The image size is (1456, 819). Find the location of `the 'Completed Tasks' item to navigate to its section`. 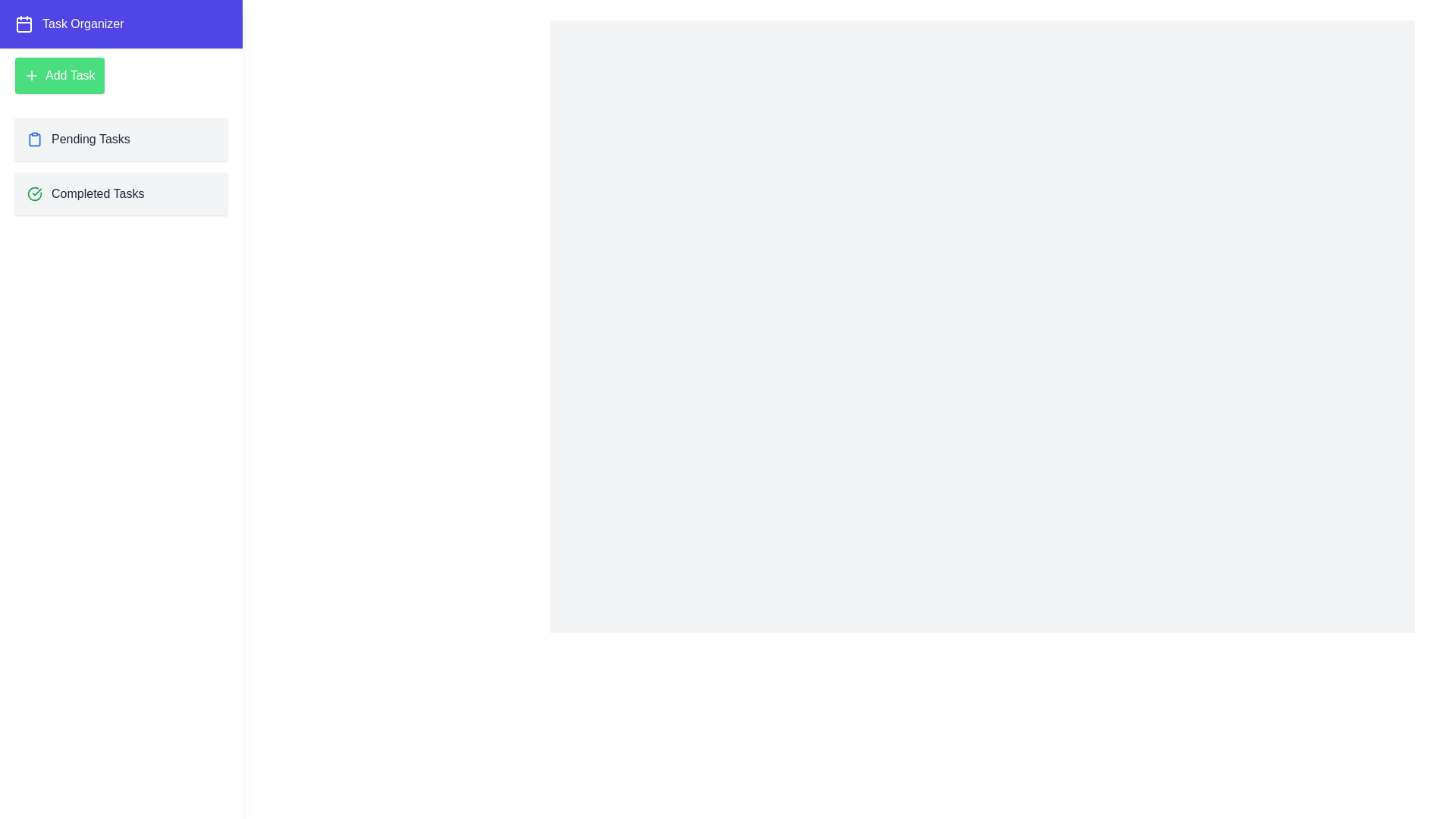

the 'Completed Tasks' item to navigate to its section is located at coordinates (120, 193).